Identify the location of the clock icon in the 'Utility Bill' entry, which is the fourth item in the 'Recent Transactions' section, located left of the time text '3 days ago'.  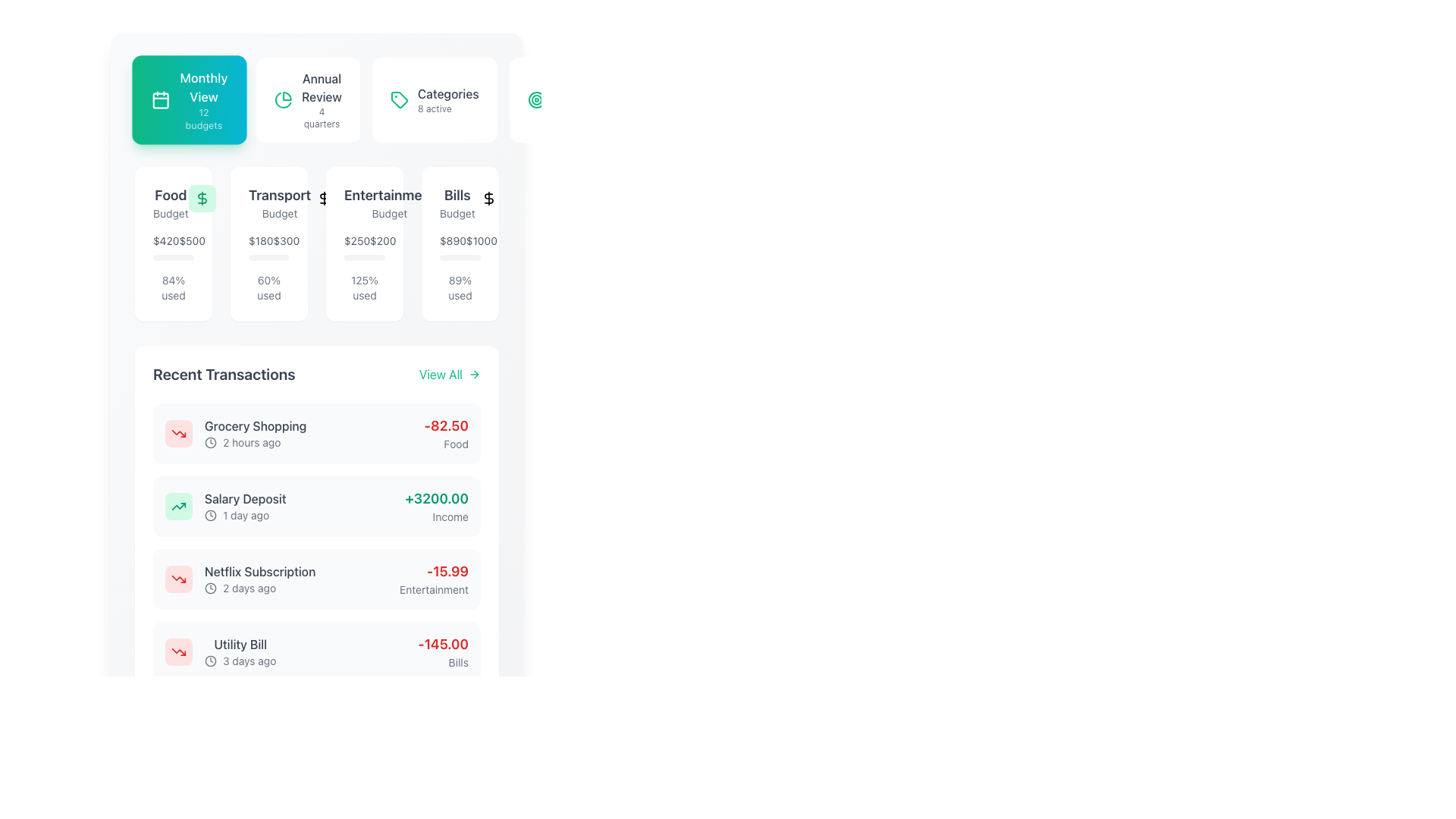
(210, 660).